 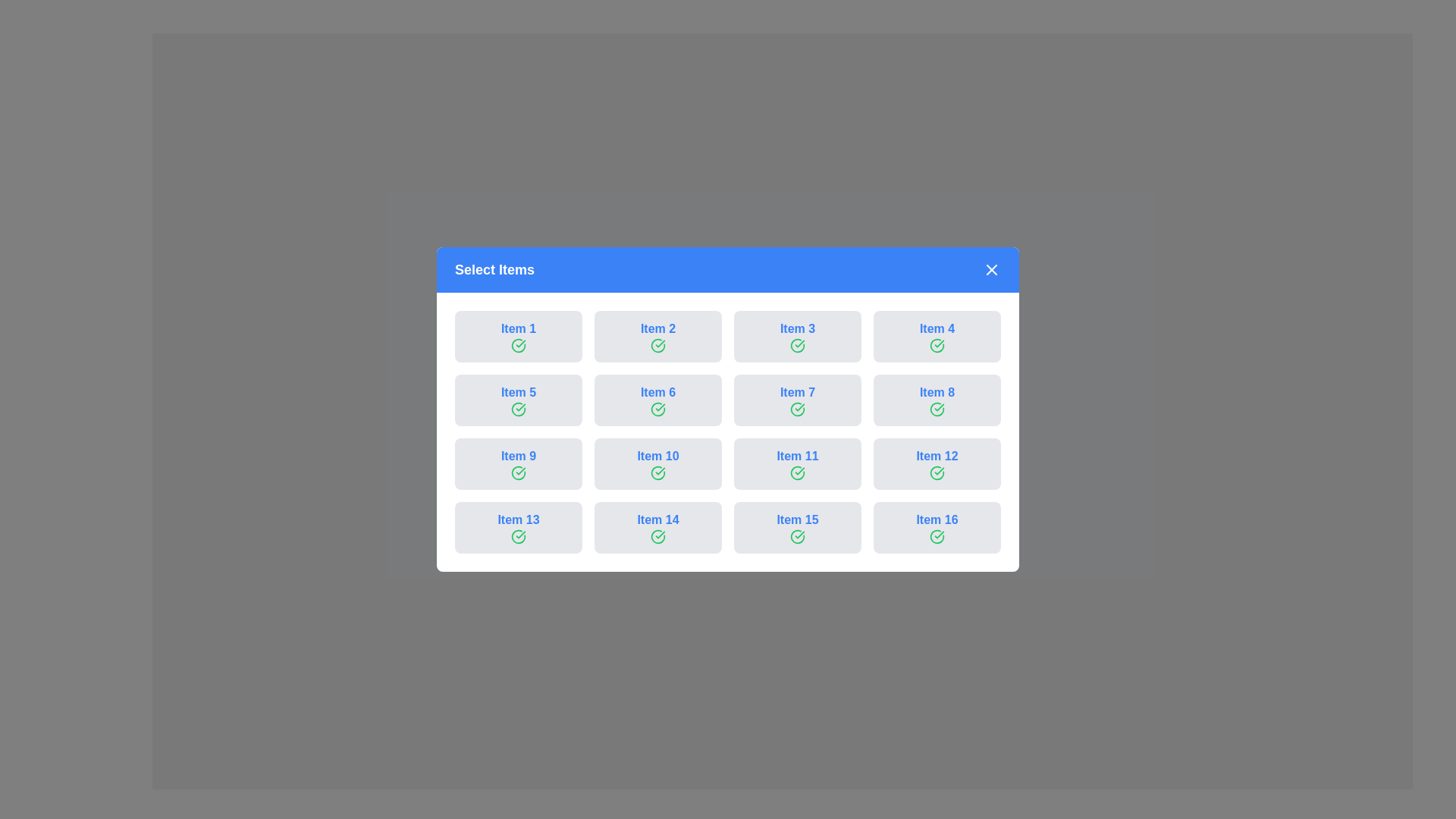 I want to click on close button to dismiss the dialog, so click(x=992, y=268).